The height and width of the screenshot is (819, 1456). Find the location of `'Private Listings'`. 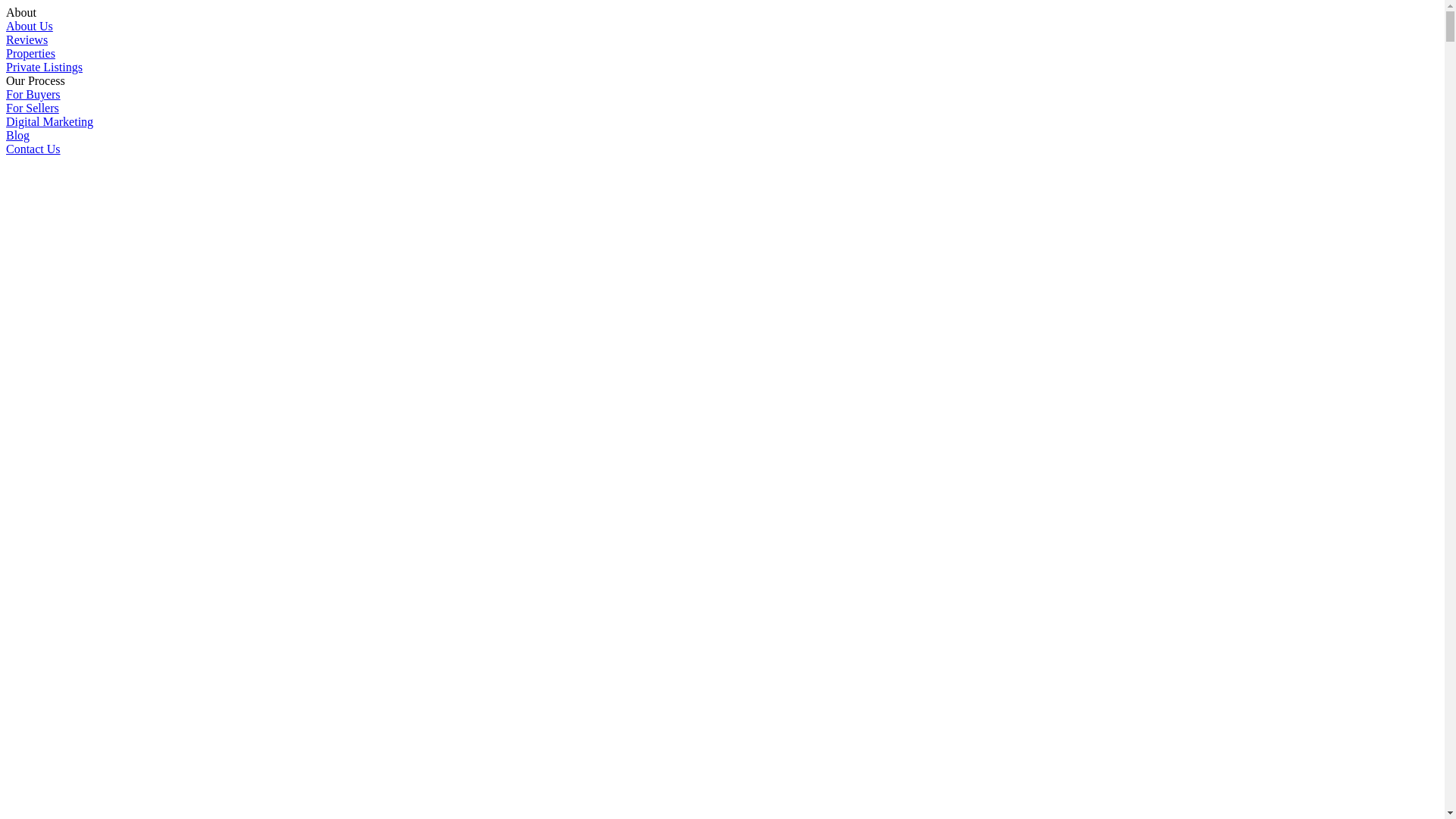

'Private Listings' is located at coordinates (6, 66).